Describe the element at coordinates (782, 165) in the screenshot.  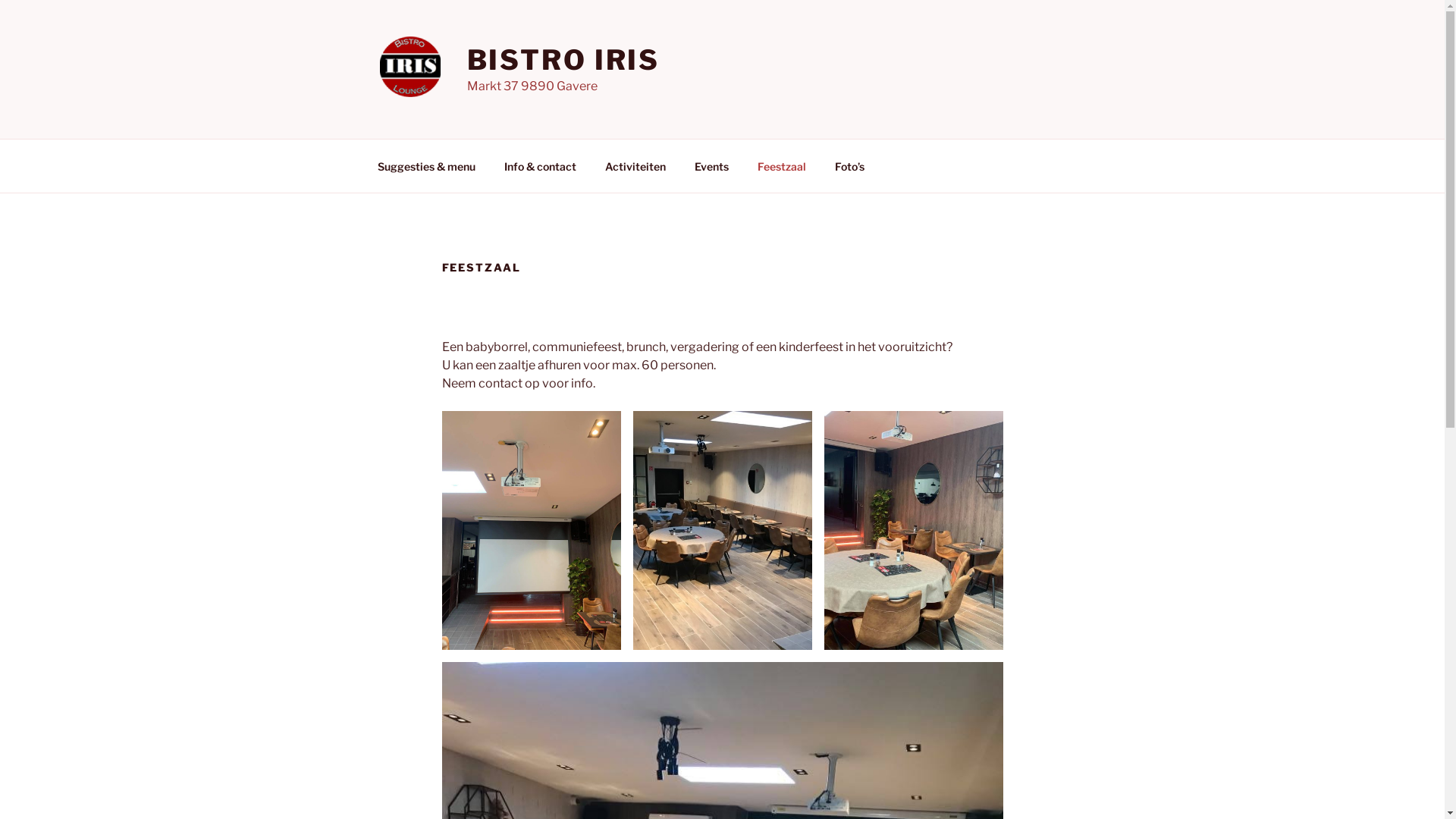
I see `'Feestzaal'` at that location.